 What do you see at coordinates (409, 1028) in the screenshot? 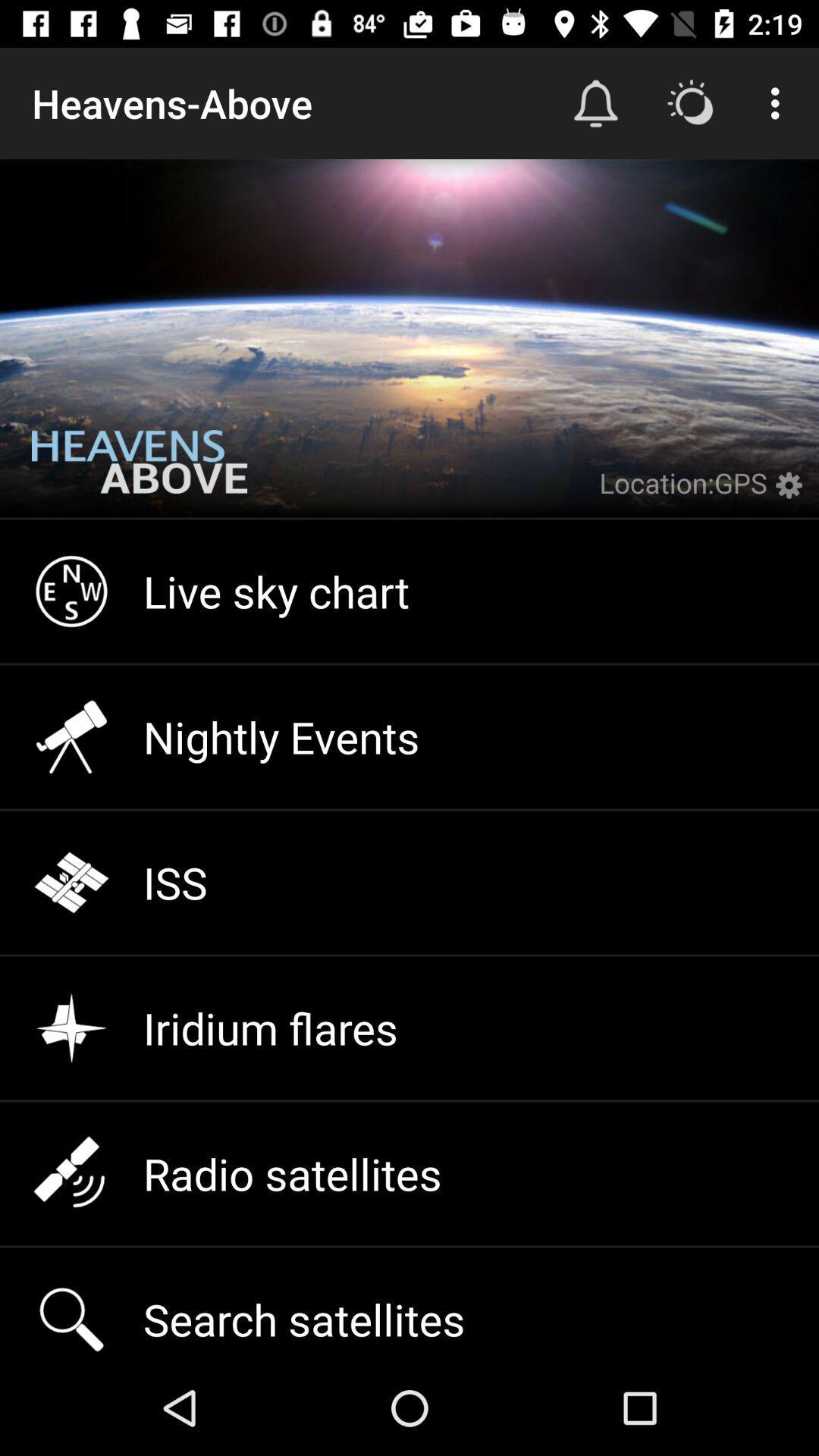
I see `the icon below the iss` at bounding box center [409, 1028].